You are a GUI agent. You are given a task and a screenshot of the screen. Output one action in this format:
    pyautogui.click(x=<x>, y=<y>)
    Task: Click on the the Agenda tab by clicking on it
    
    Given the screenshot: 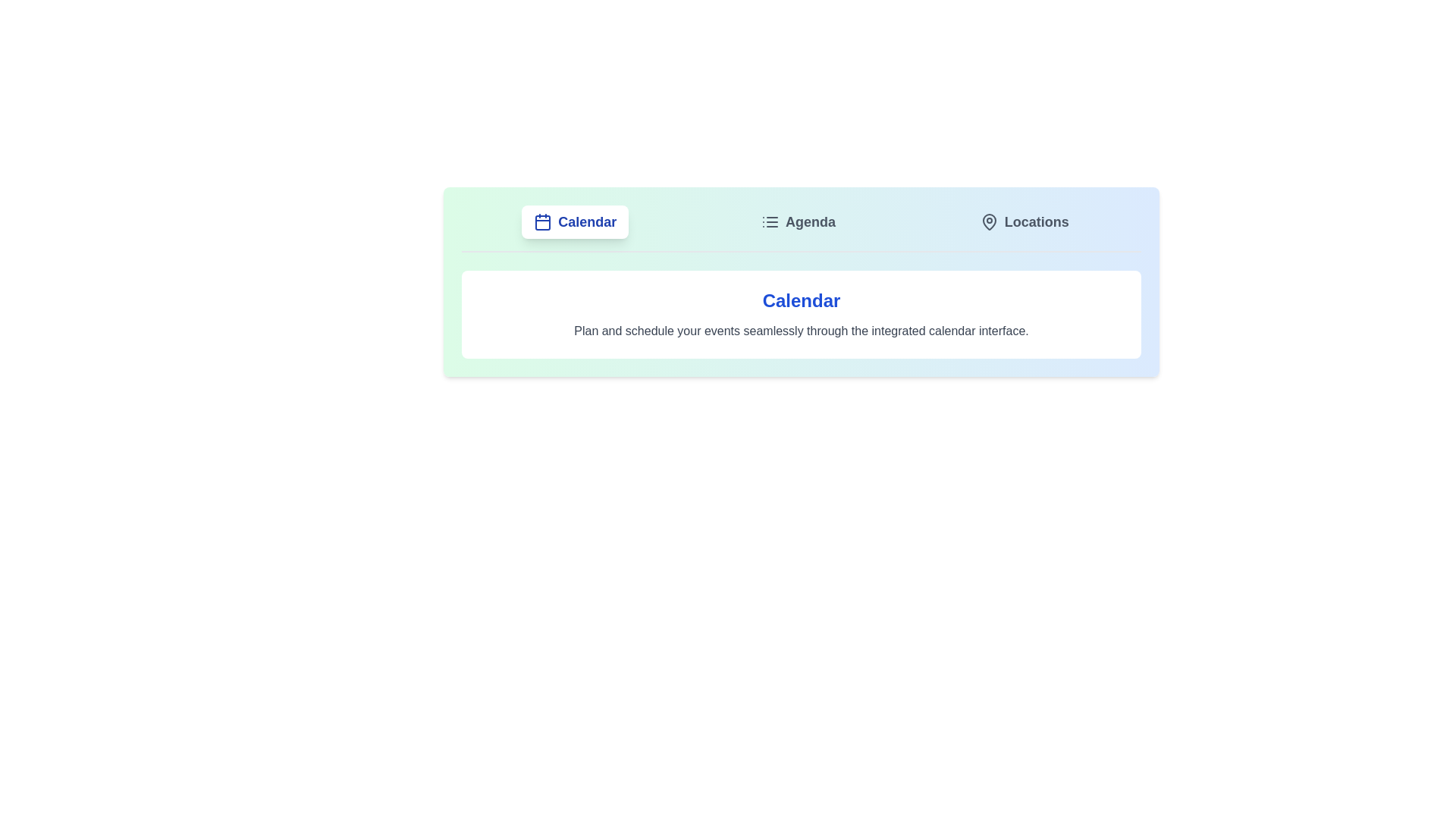 What is the action you would take?
    pyautogui.click(x=796, y=222)
    